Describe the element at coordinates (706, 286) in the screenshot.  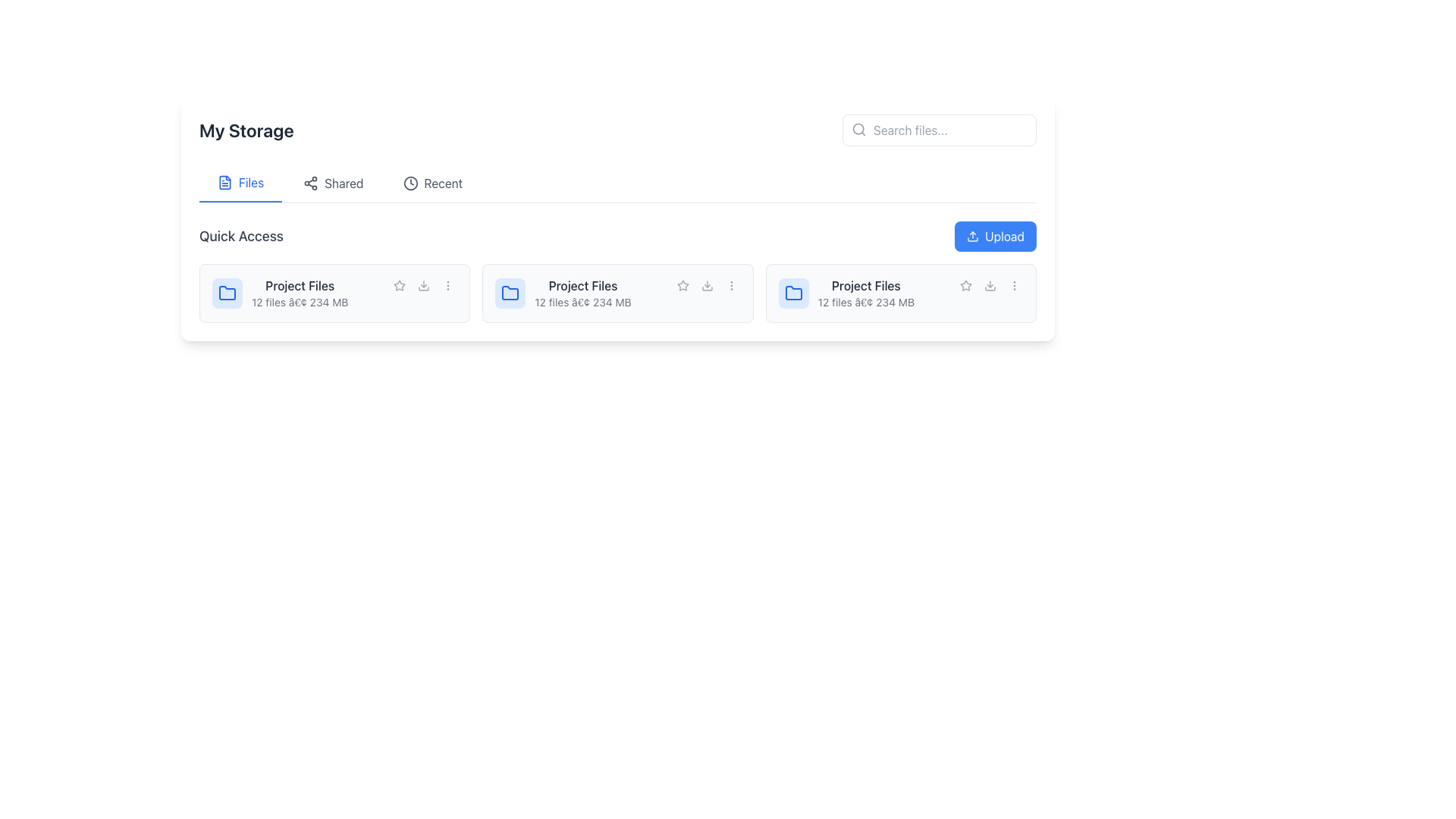
I see `the button that initiates the download action for 'Project Files', located between the star icon and the vertical ellipsis in the action controls` at that location.